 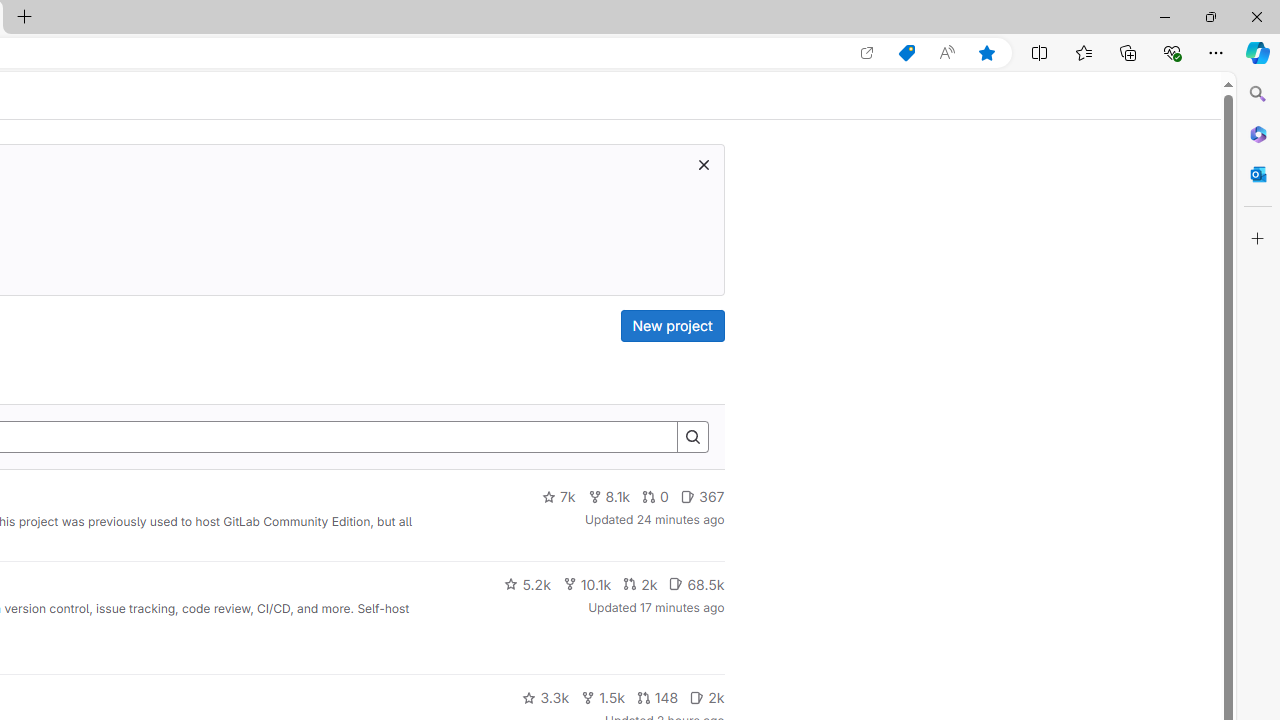 What do you see at coordinates (585, 583) in the screenshot?
I see `'10.1k'` at bounding box center [585, 583].